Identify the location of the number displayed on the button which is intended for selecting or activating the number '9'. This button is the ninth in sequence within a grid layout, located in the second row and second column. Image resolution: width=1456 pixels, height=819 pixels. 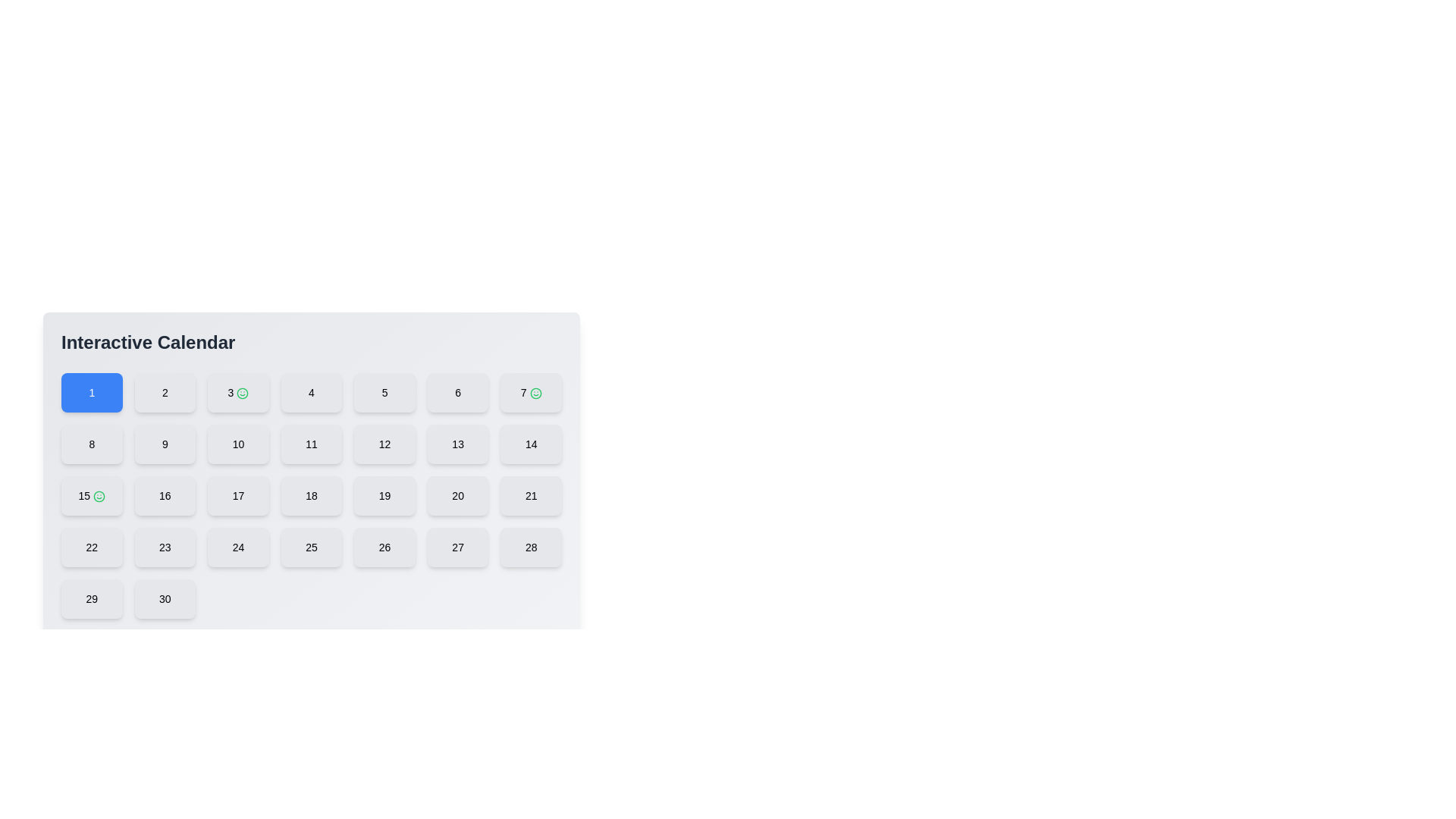
(165, 444).